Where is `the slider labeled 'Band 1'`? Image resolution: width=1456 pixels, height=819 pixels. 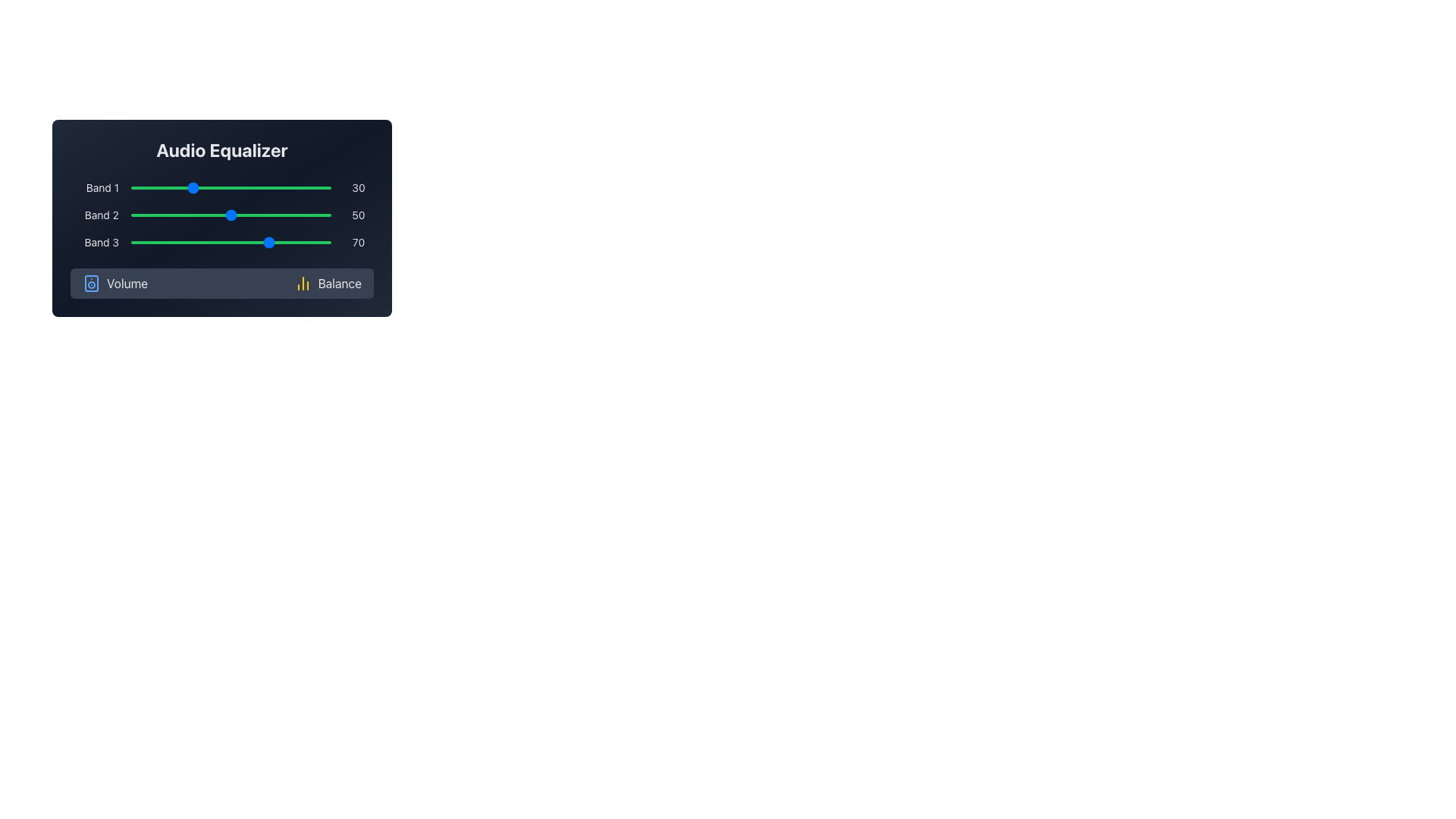 the slider labeled 'Band 1' is located at coordinates (259, 187).